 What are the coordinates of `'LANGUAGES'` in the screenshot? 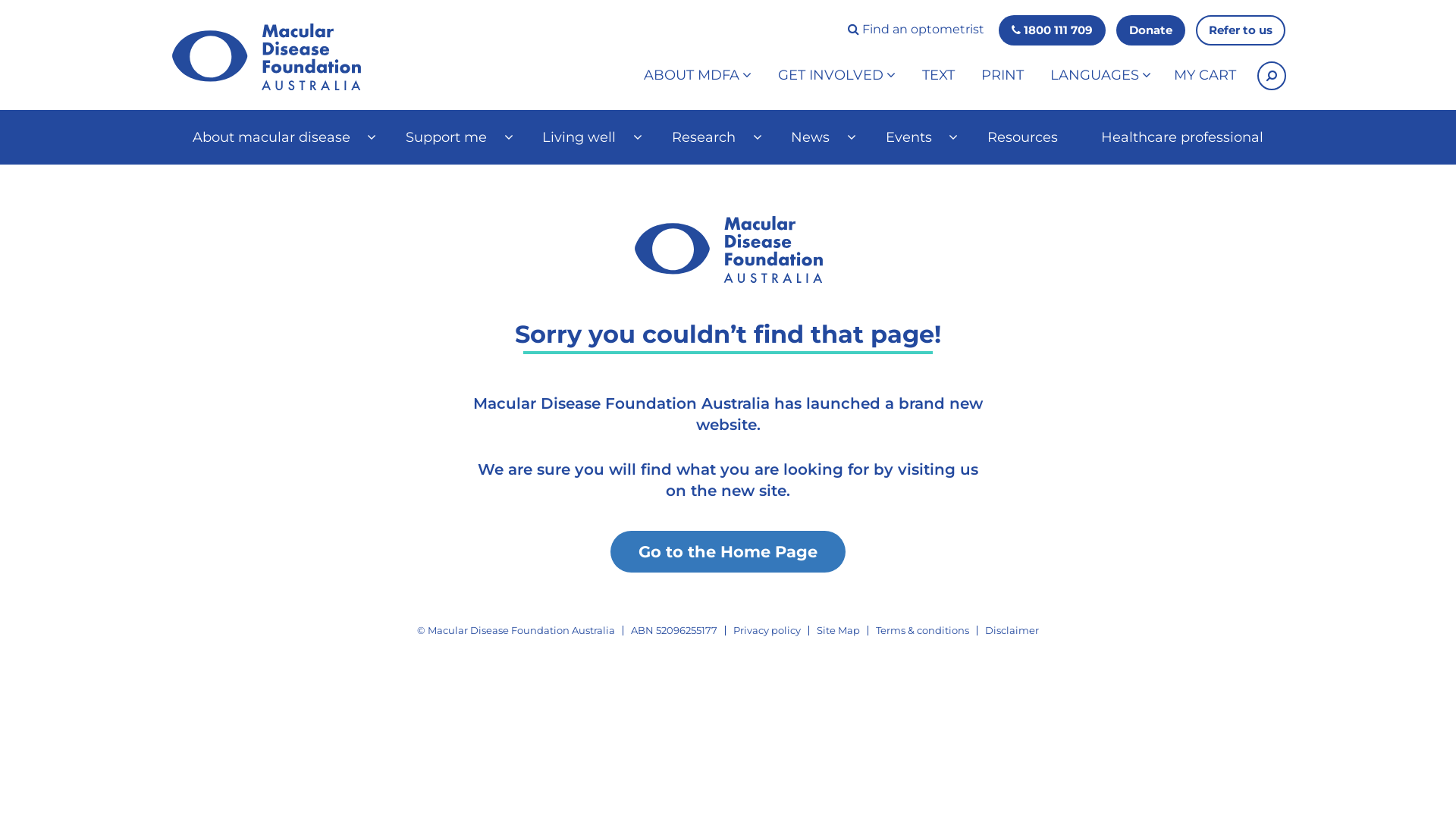 It's located at (1037, 76).